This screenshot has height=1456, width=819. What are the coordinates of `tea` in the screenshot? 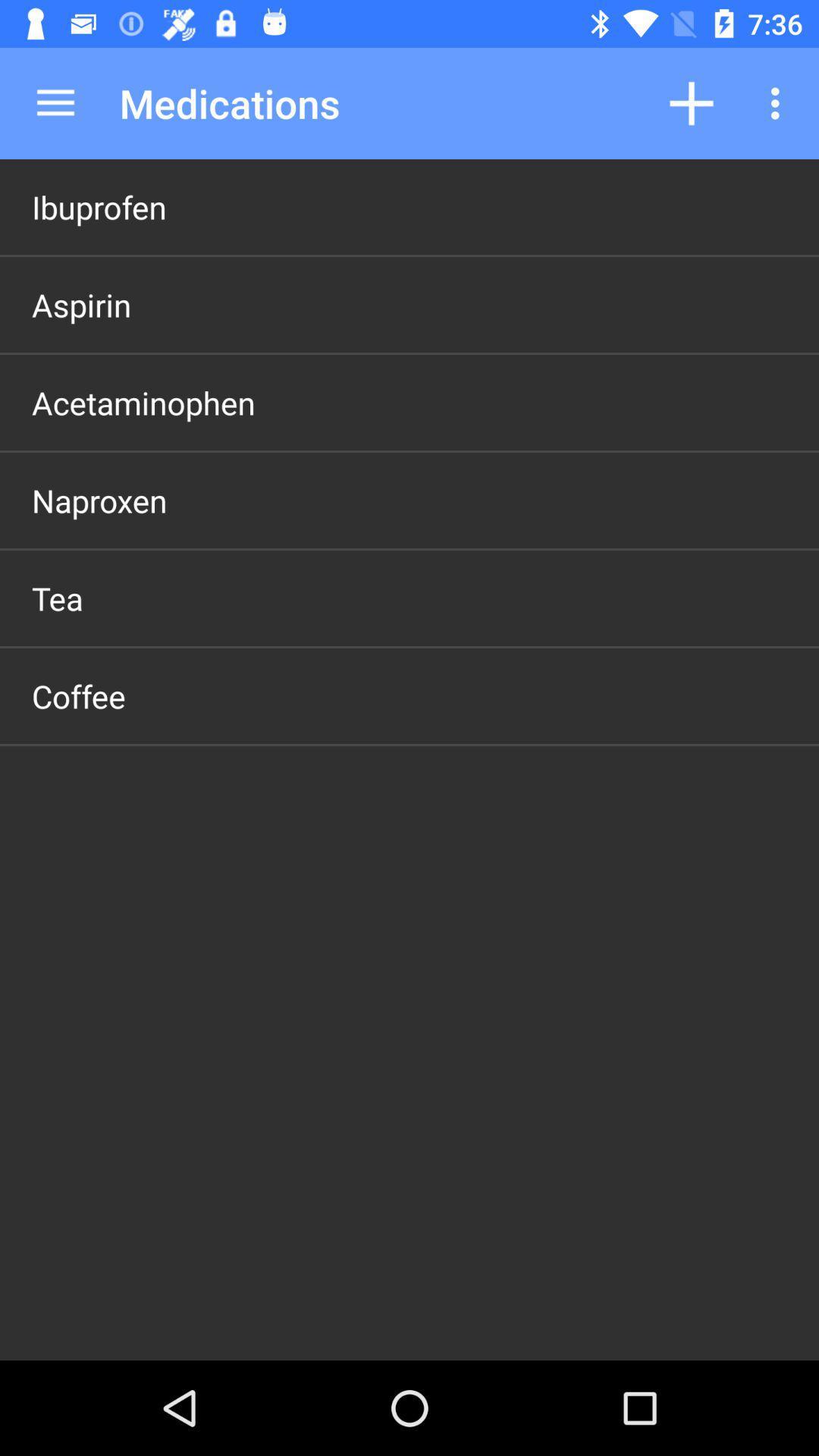 It's located at (56, 597).